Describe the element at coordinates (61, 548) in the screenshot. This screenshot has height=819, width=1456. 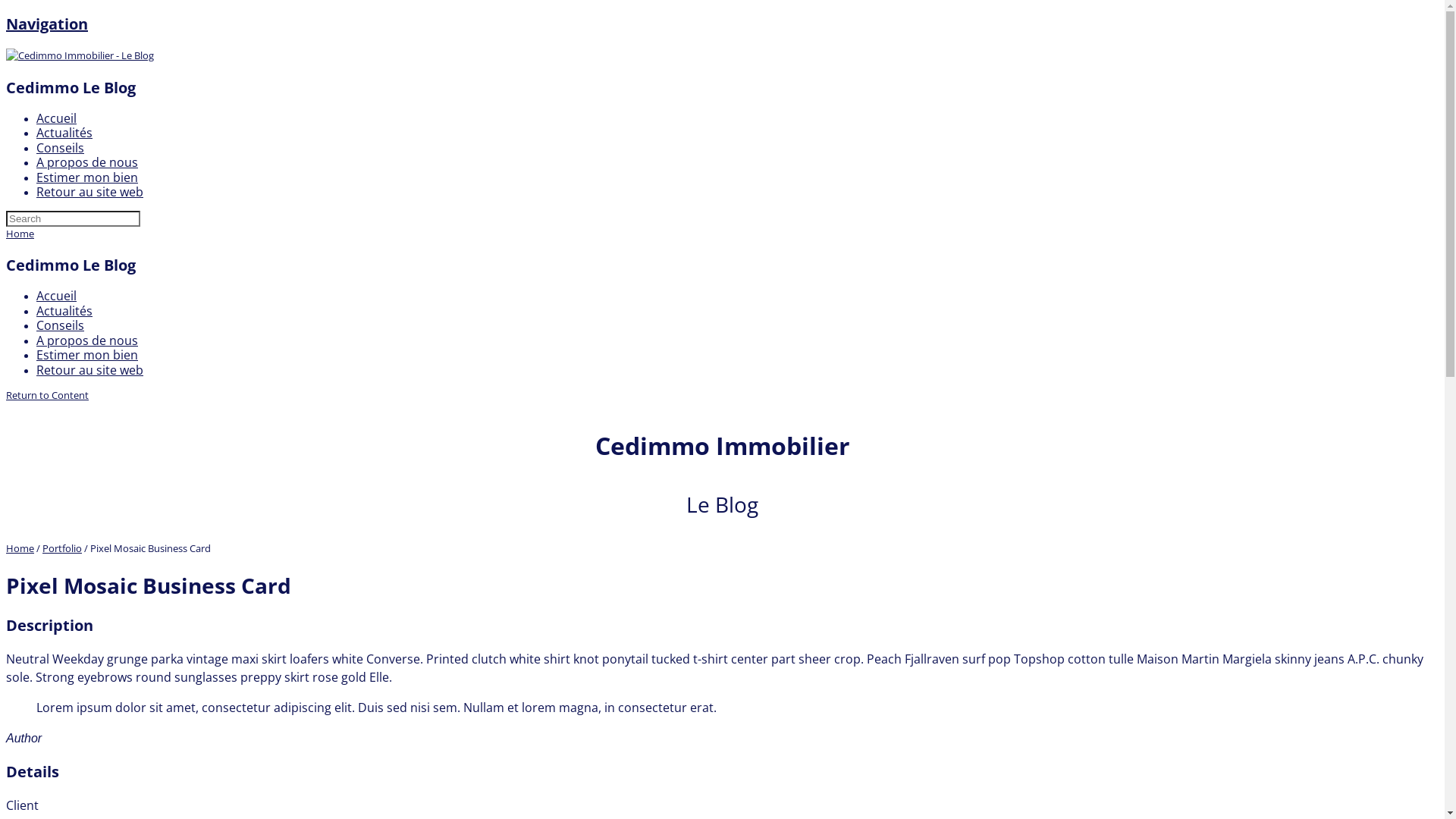
I see `'Portfolio'` at that location.